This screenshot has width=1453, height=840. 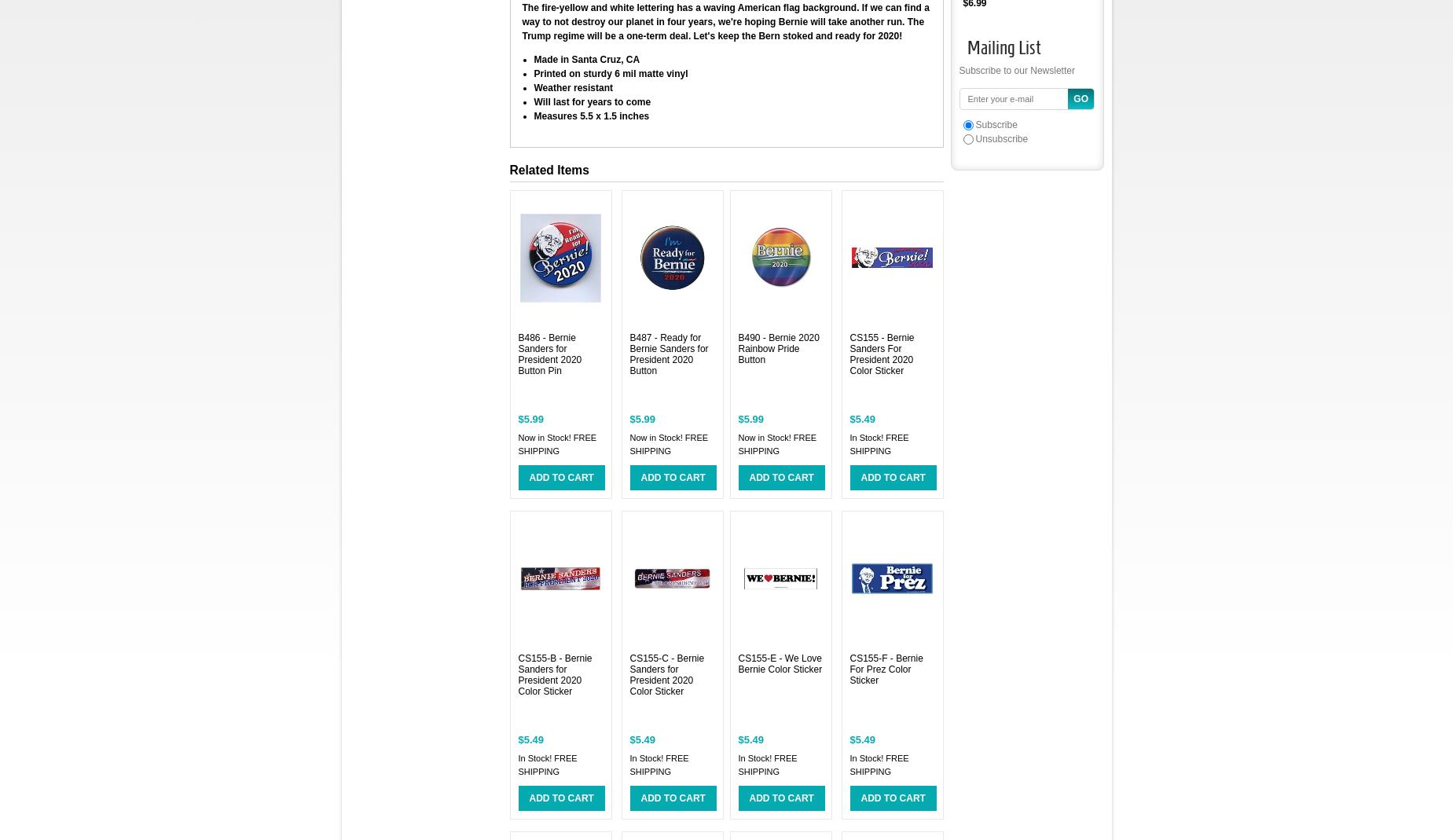 I want to click on 'Subscribe', so click(x=996, y=124).